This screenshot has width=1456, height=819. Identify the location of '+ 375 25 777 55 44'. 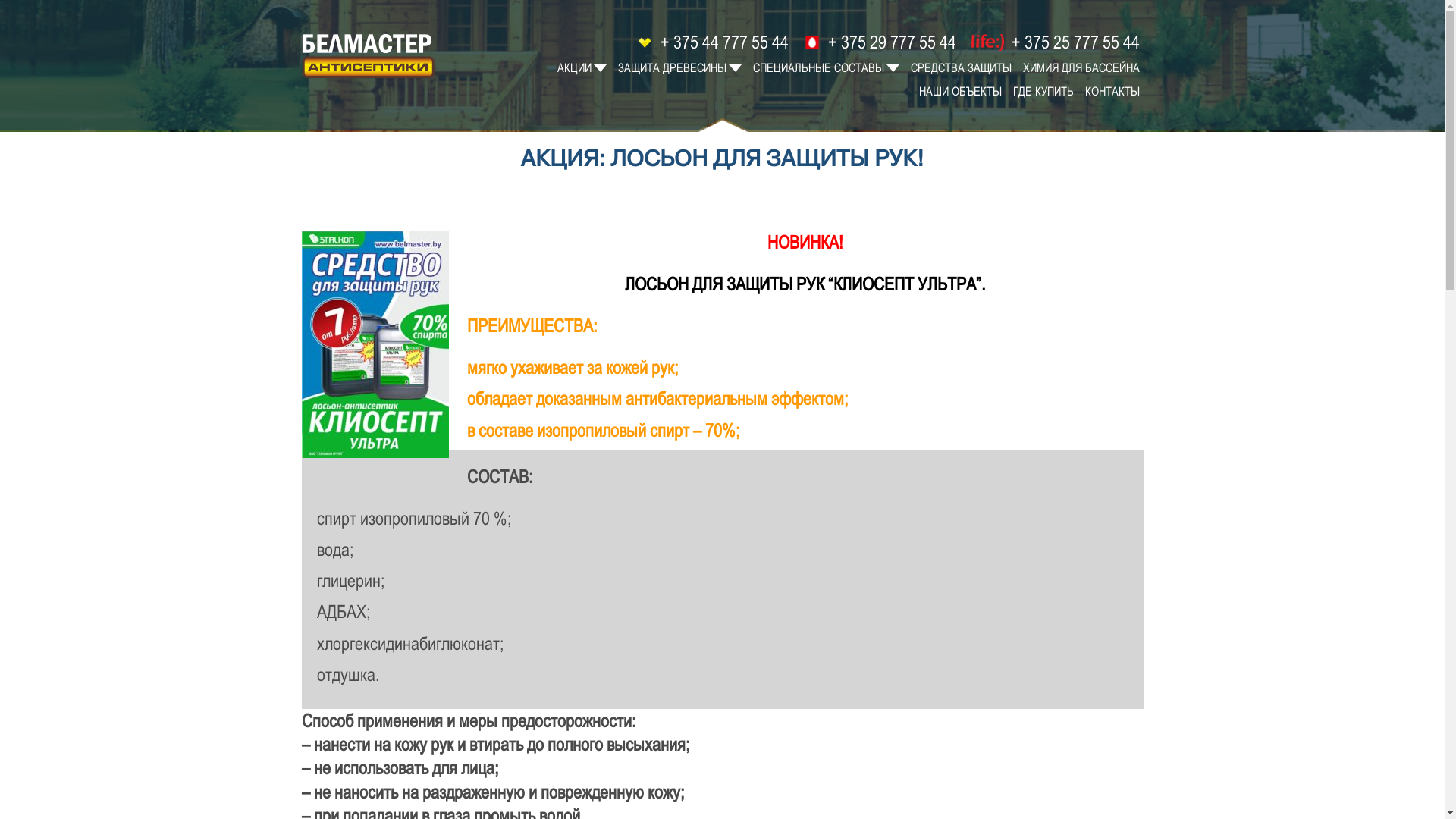
(1052, 41).